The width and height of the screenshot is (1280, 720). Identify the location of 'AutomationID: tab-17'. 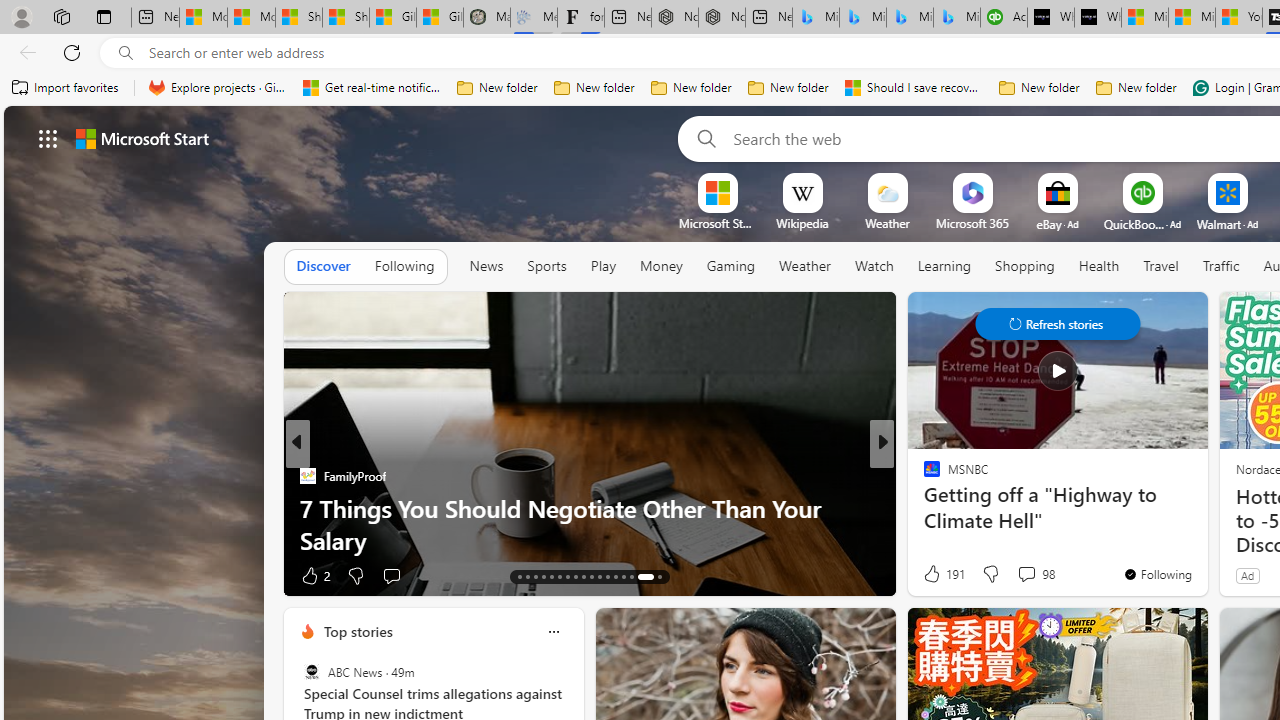
(551, 577).